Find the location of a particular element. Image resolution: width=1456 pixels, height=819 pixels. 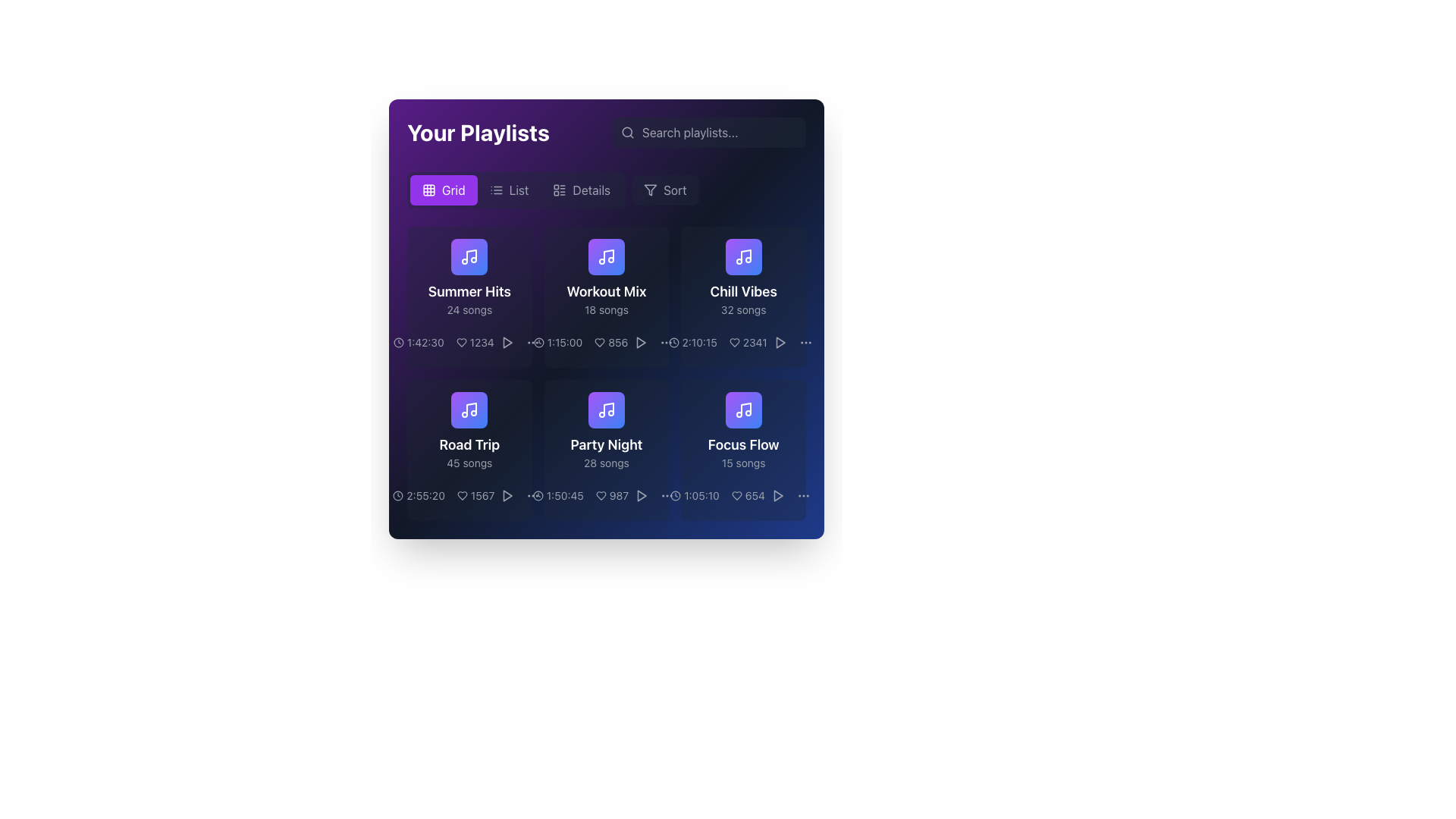

text block containing the title and description of the playlist, located in the second card of the first row in a grid layout, positioned below the music note icon and above the playlist statistics is located at coordinates (607, 299).